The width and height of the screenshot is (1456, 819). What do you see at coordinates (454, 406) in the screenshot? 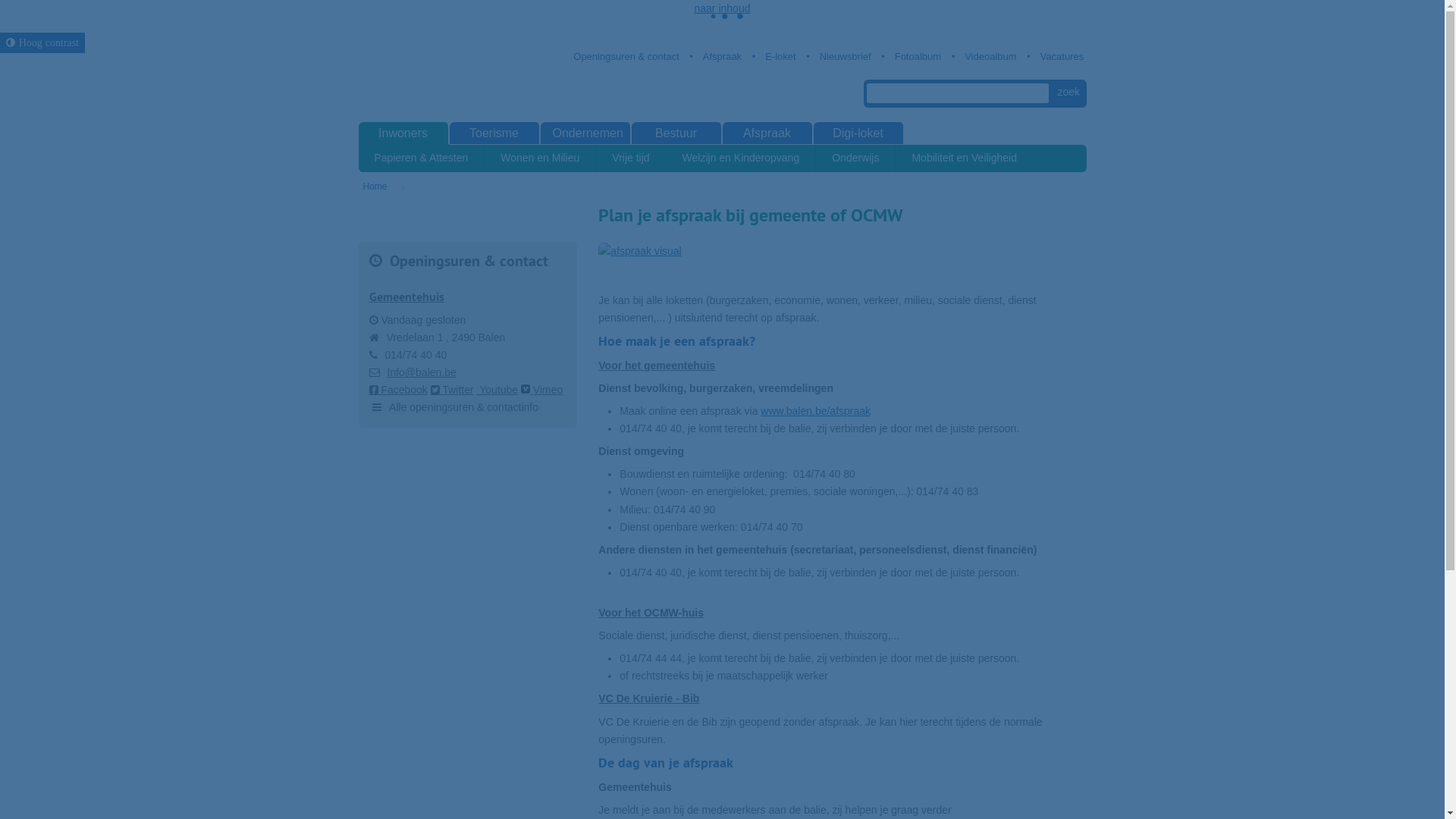
I see `'Alle openingsuren & contactinfo'` at bounding box center [454, 406].